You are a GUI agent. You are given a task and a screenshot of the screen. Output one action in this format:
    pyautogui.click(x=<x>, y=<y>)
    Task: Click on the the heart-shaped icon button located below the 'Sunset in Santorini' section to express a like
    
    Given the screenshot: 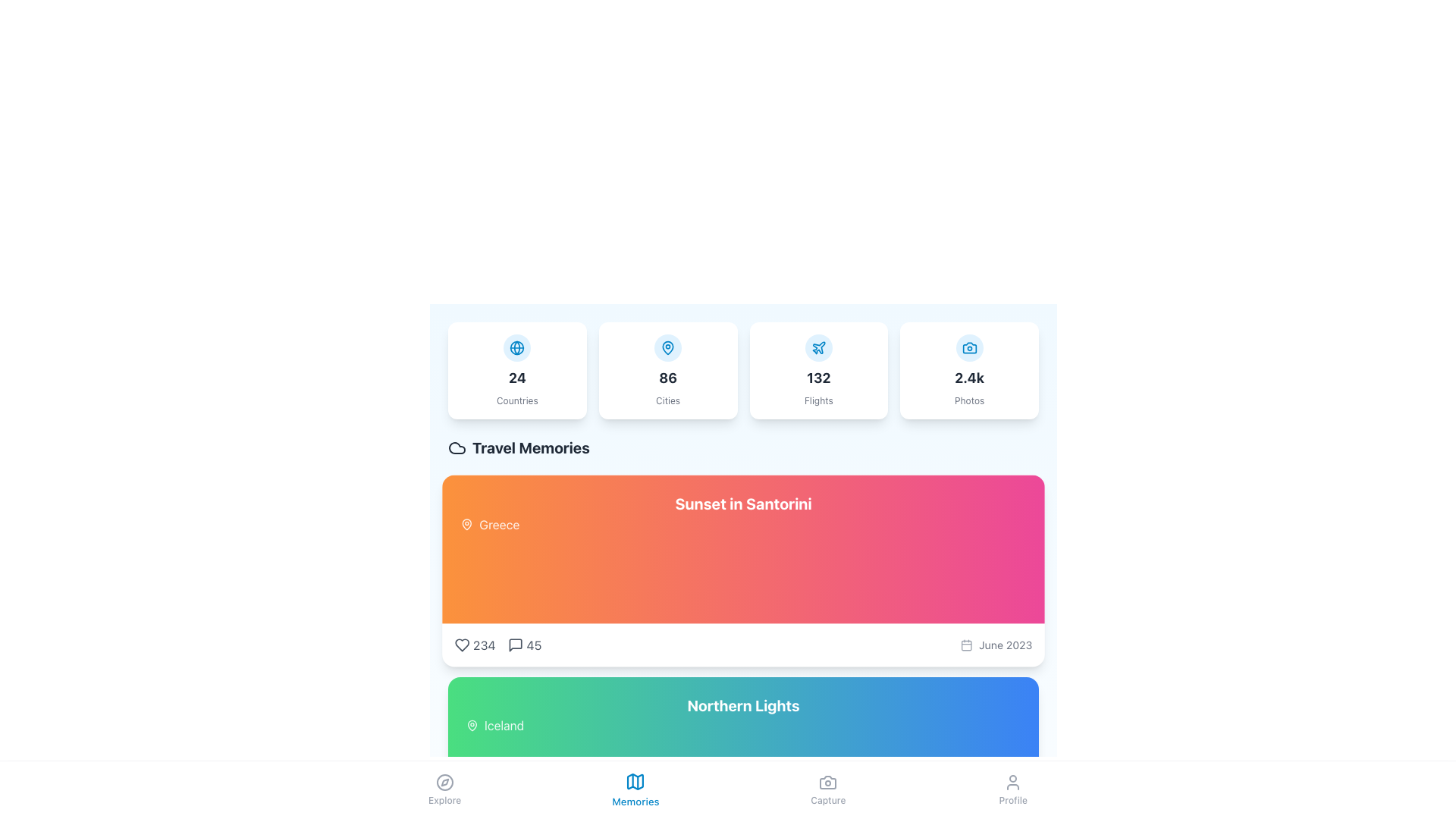 What is the action you would take?
    pyautogui.click(x=461, y=645)
    